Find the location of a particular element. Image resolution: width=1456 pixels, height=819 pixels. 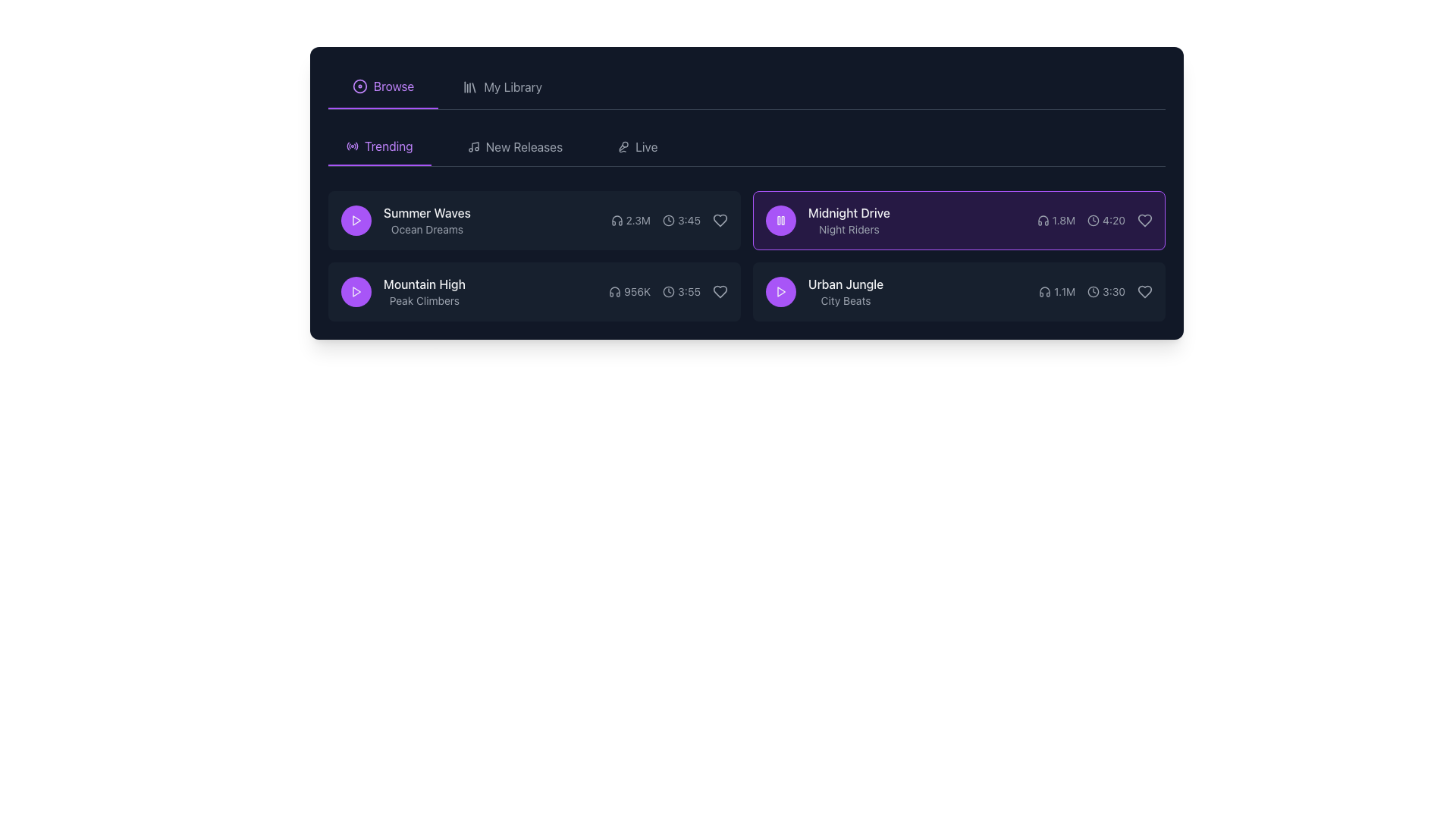

to select the second audio track entry in the list, which contains metadata including title, artist, number of plays, and duration is located at coordinates (535, 292).